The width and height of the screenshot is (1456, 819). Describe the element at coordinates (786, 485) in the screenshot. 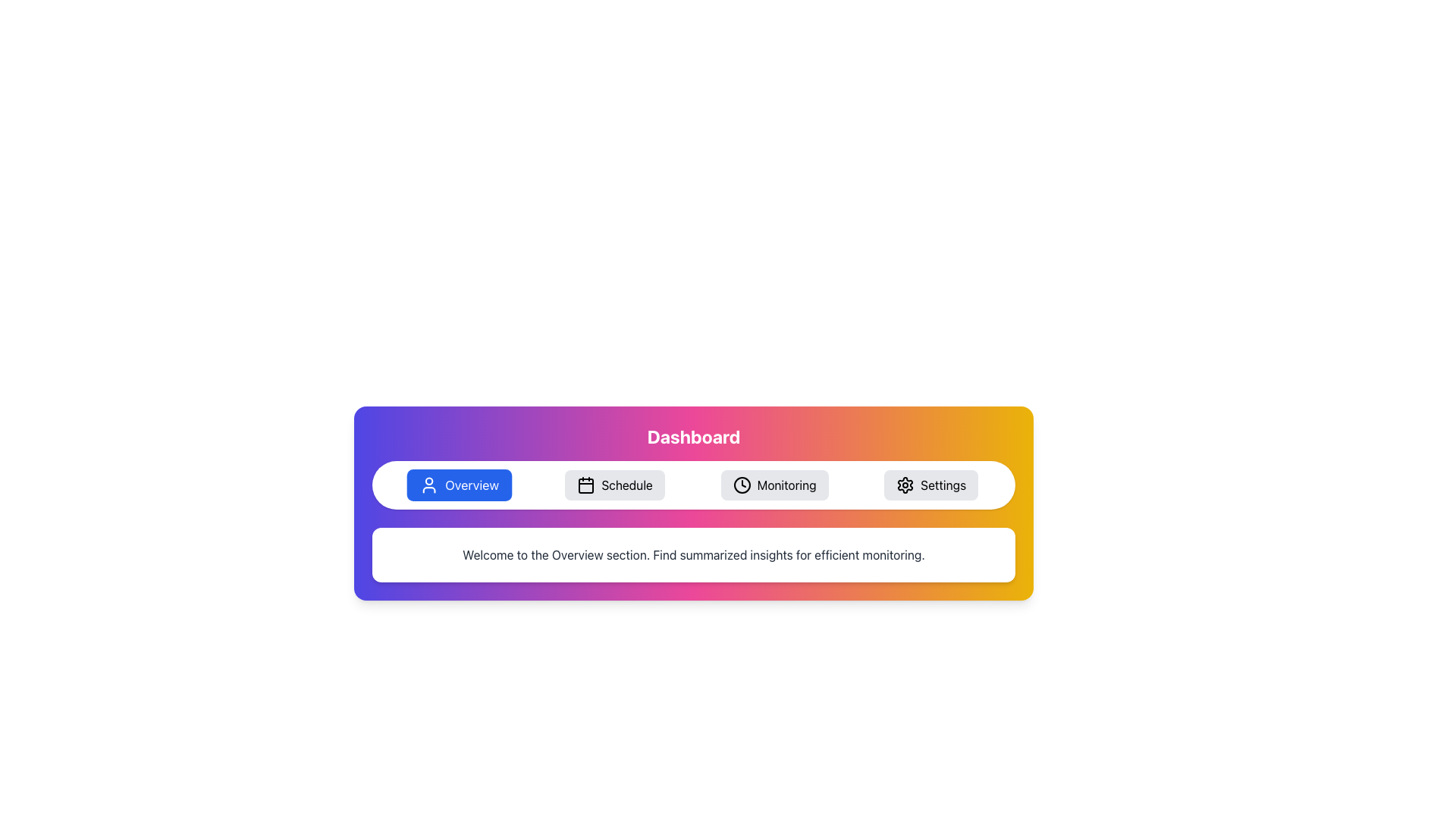

I see `the Text Label that indicates the purpose of the navigation button for the 'Monitoring' section, located between the 'Schedule' and 'Settings' tabs` at that location.